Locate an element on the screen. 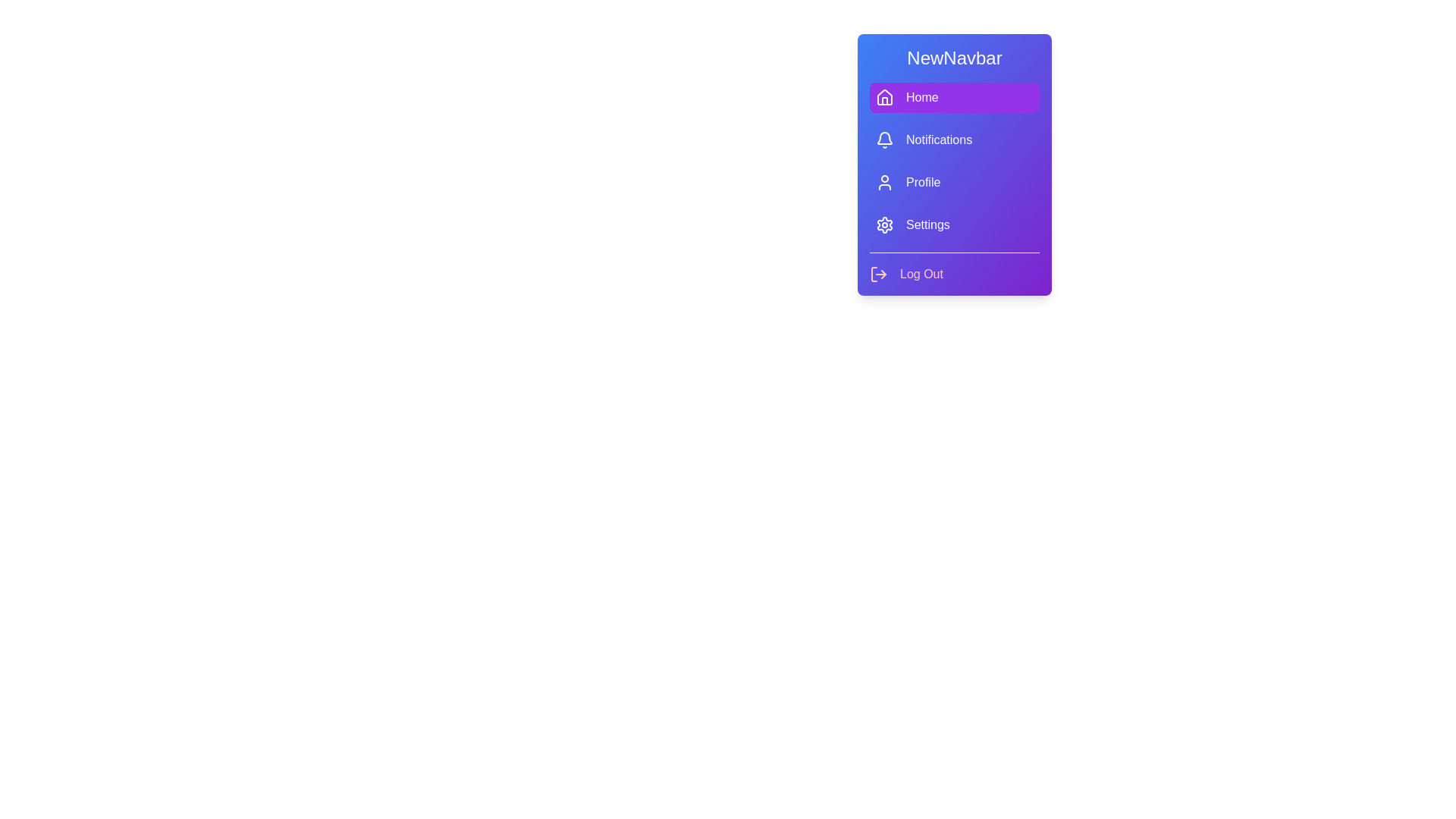  the house icon located to the left of the 'Home' text label in the vertical navigation menu is located at coordinates (884, 96).